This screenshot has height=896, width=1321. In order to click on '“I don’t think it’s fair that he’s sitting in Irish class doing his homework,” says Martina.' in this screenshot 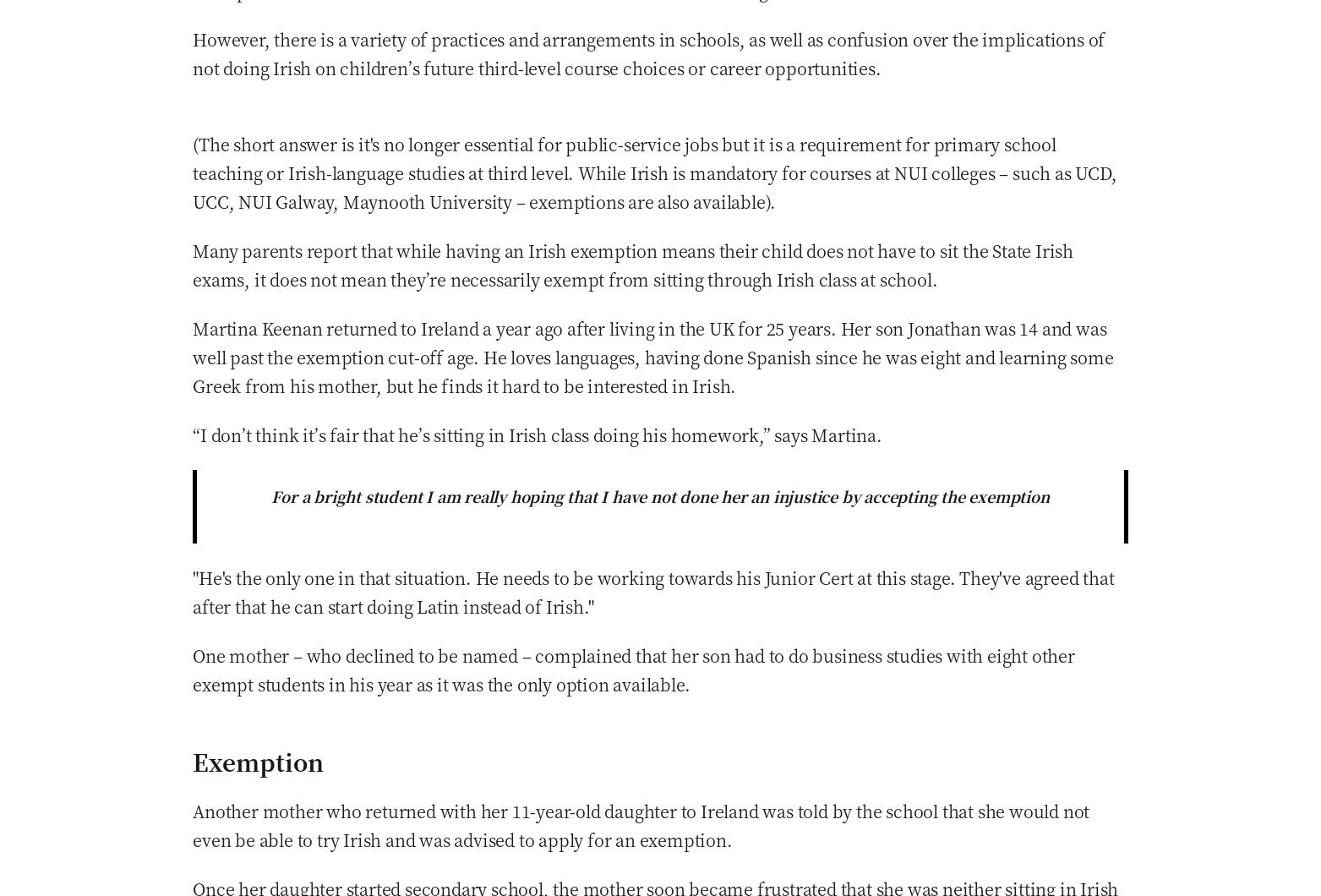, I will do `click(537, 433)`.